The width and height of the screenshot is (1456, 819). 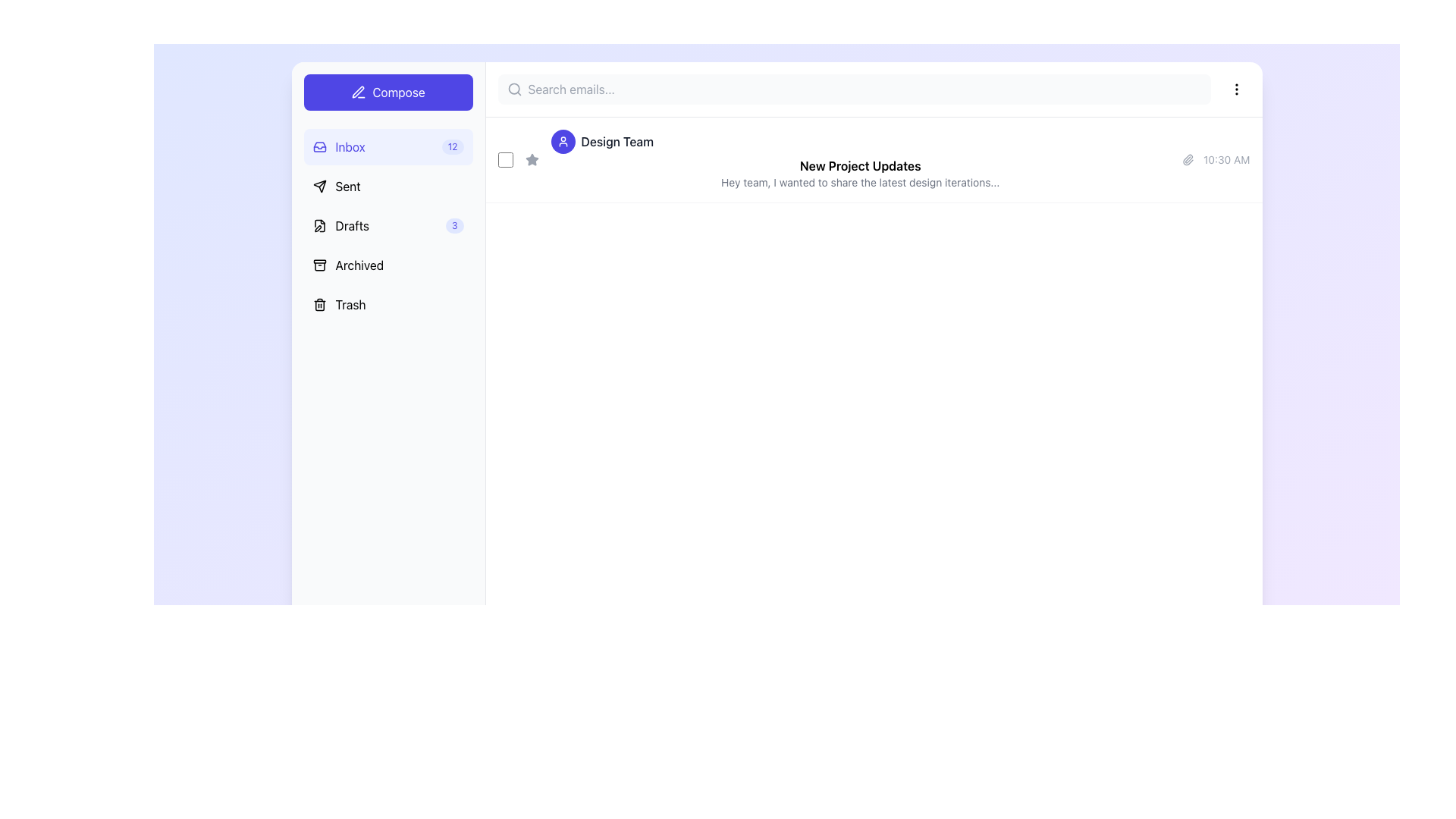 What do you see at coordinates (388, 225) in the screenshot?
I see `the 'Drafts' menu item` at bounding box center [388, 225].